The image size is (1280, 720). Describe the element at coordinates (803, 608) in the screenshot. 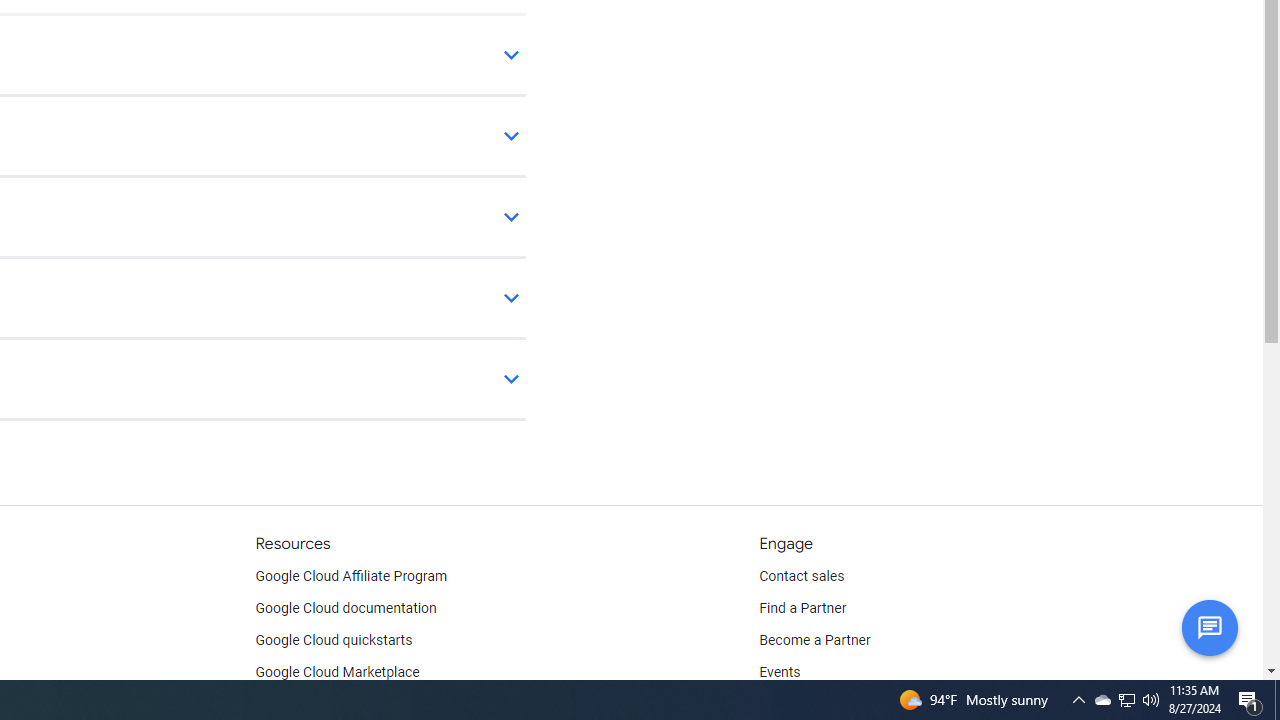

I see `'Find a Partner'` at that location.